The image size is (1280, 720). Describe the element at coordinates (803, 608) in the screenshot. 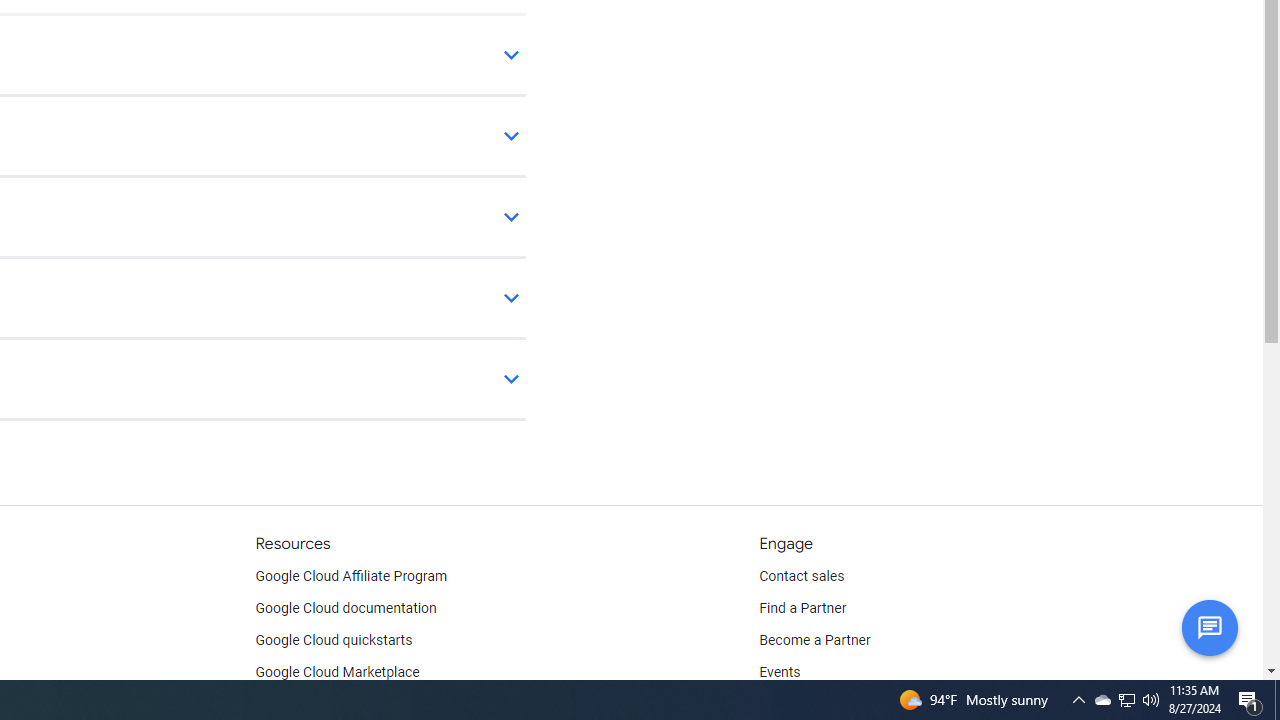

I see `'Find a Partner'` at that location.